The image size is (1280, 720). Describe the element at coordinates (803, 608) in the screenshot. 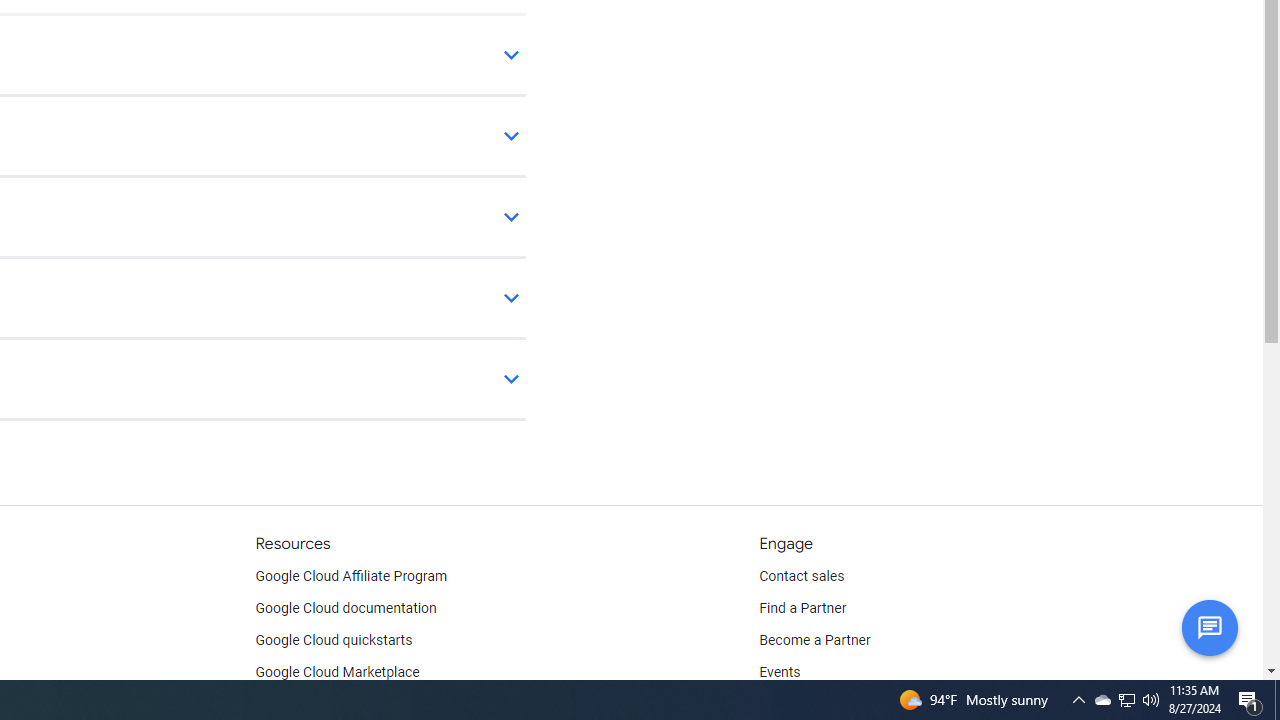

I see `'Find a Partner'` at that location.